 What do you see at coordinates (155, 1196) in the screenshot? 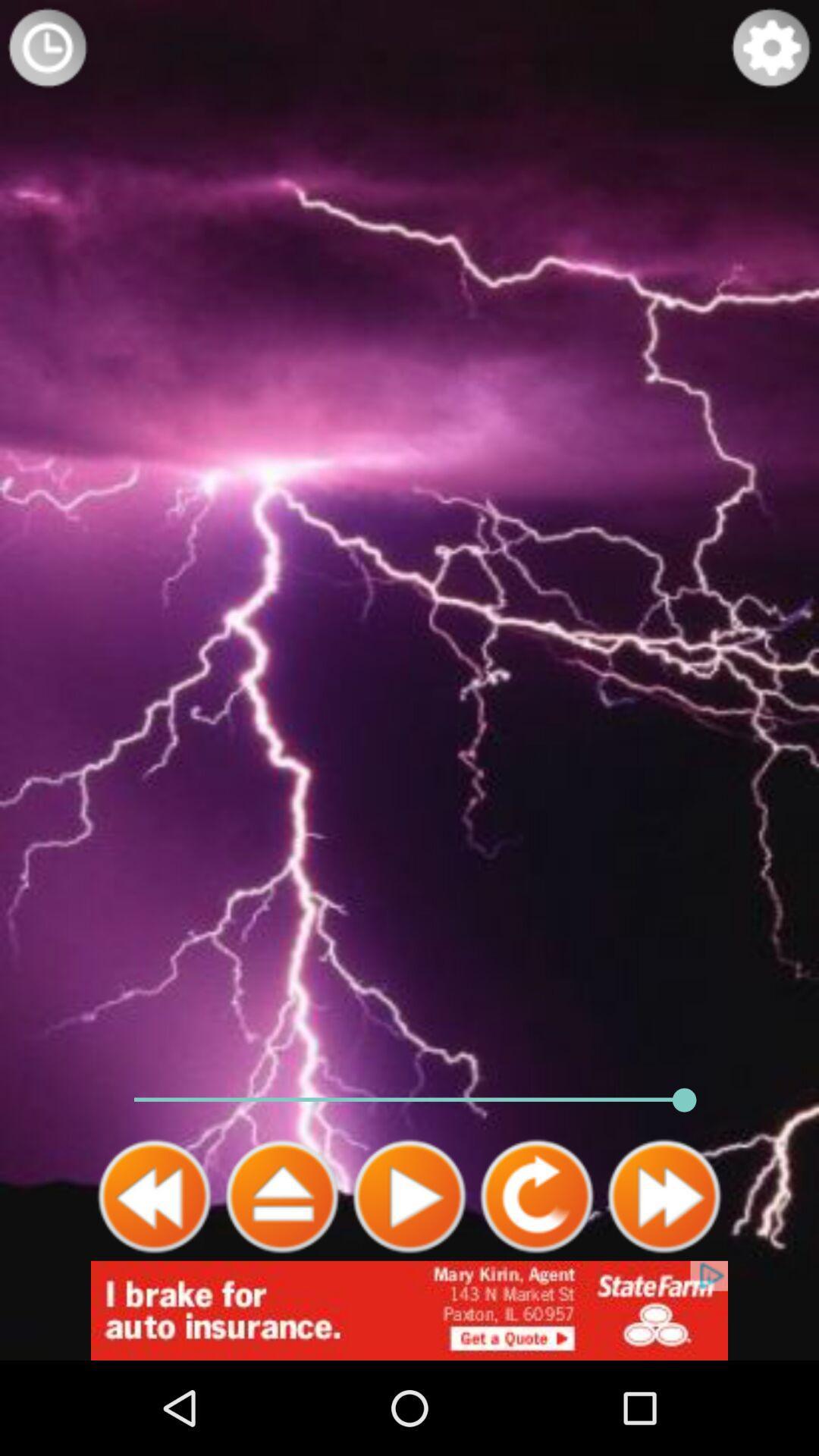
I see `the backward button` at bounding box center [155, 1196].